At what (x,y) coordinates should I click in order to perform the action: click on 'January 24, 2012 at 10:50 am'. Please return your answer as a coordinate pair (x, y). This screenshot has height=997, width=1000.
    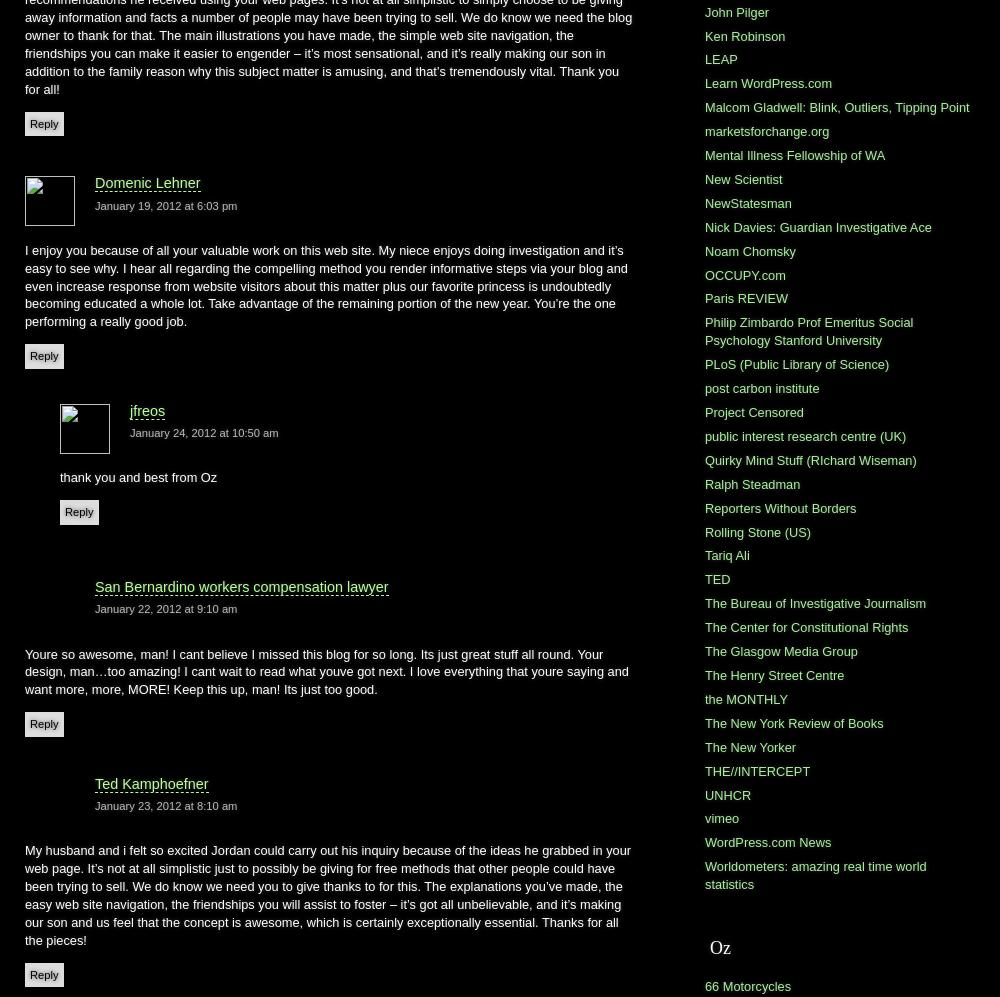
    Looking at the image, I should click on (203, 431).